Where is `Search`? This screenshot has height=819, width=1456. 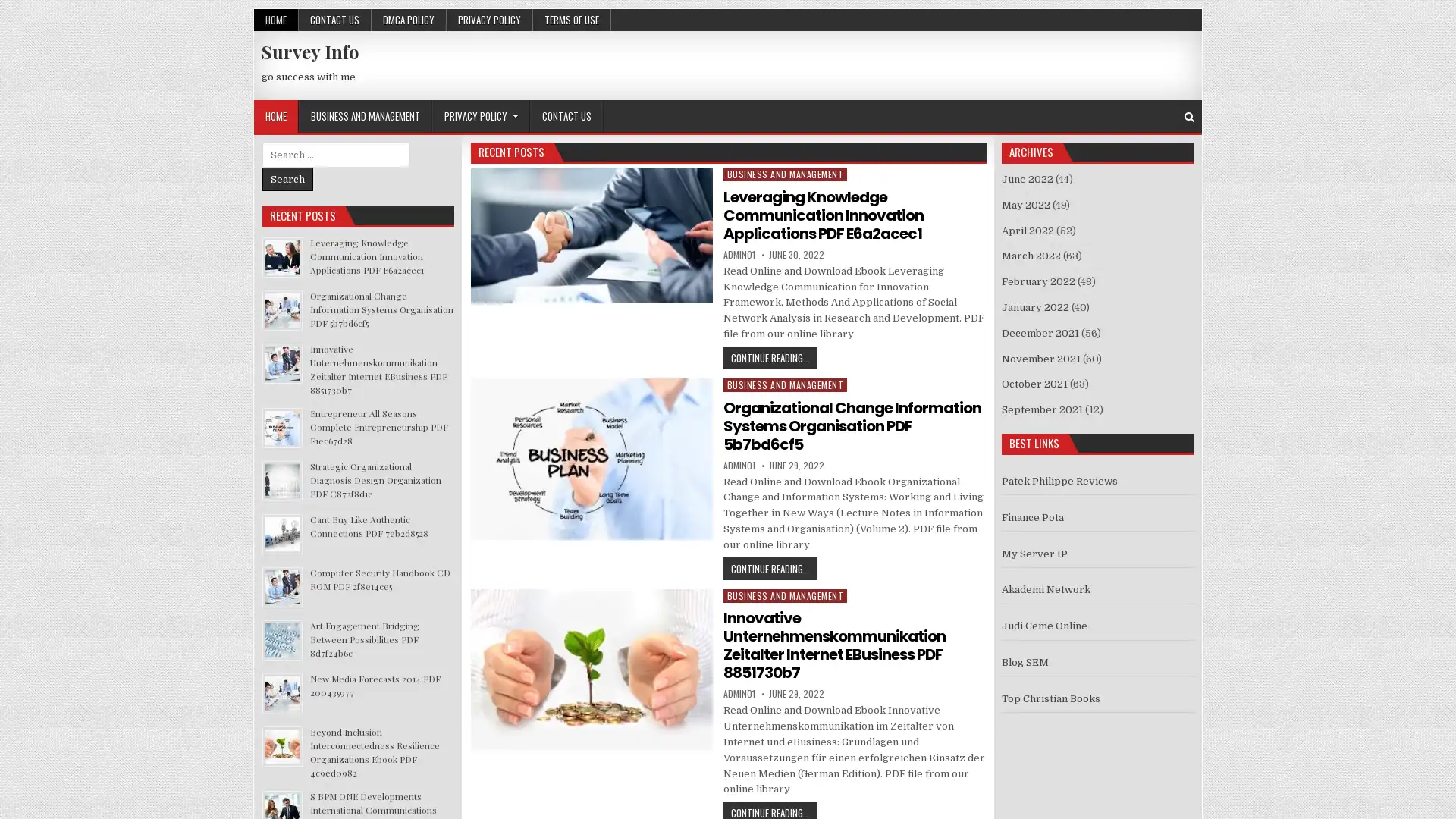
Search is located at coordinates (287, 178).